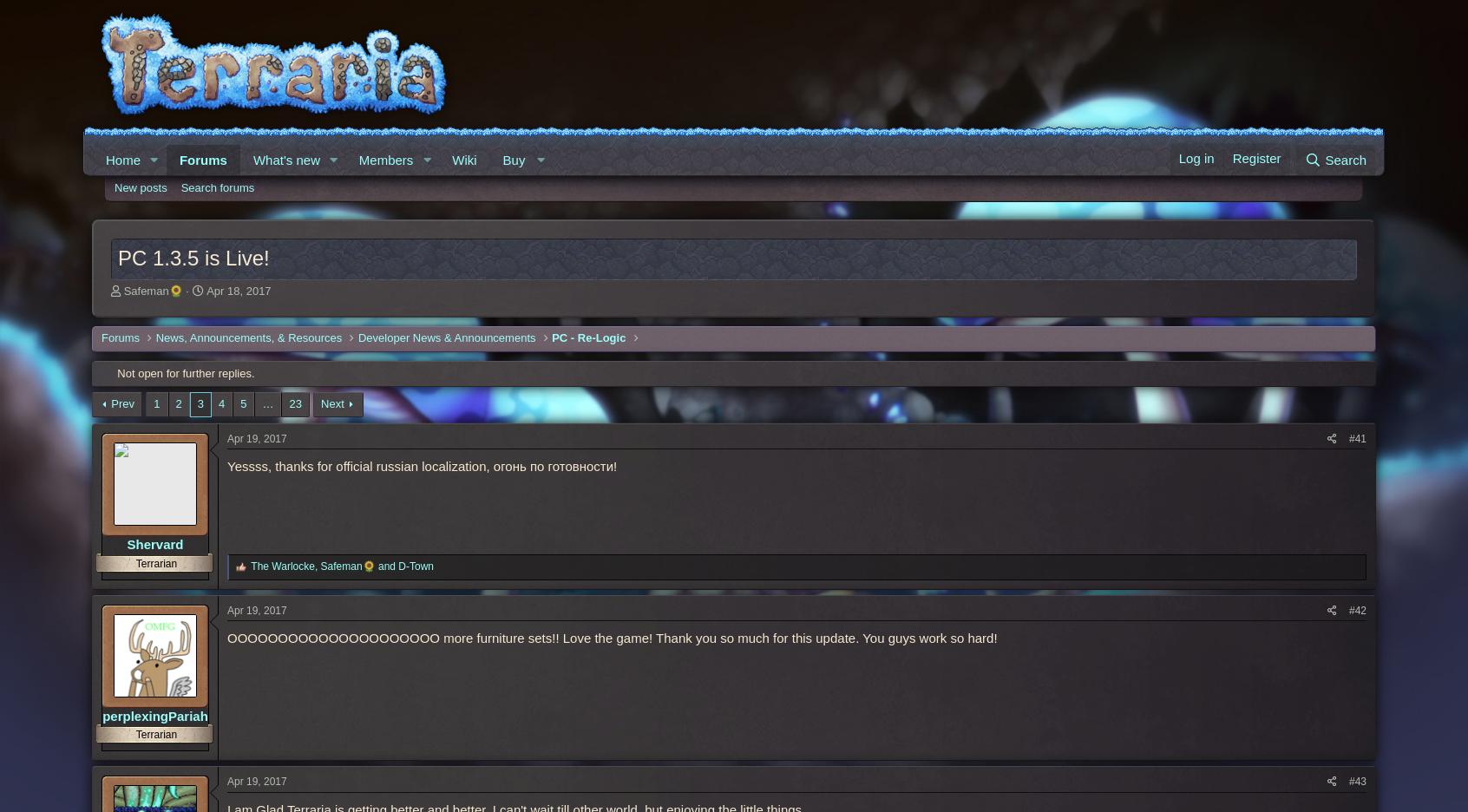 The height and width of the screenshot is (812, 1468). I want to click on 'What's new', so click(285, 159).